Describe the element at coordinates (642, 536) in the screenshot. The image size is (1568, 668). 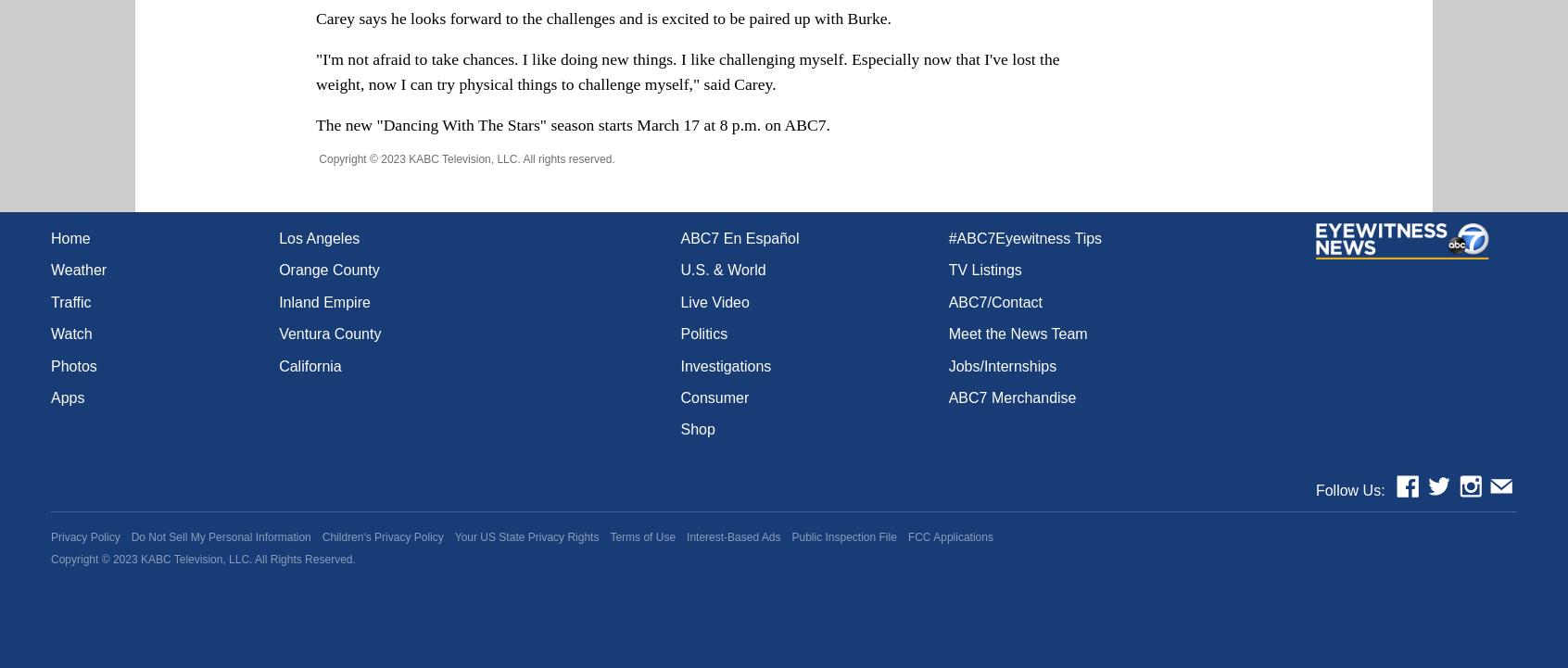
I see `'Terms of Use'` at that location.